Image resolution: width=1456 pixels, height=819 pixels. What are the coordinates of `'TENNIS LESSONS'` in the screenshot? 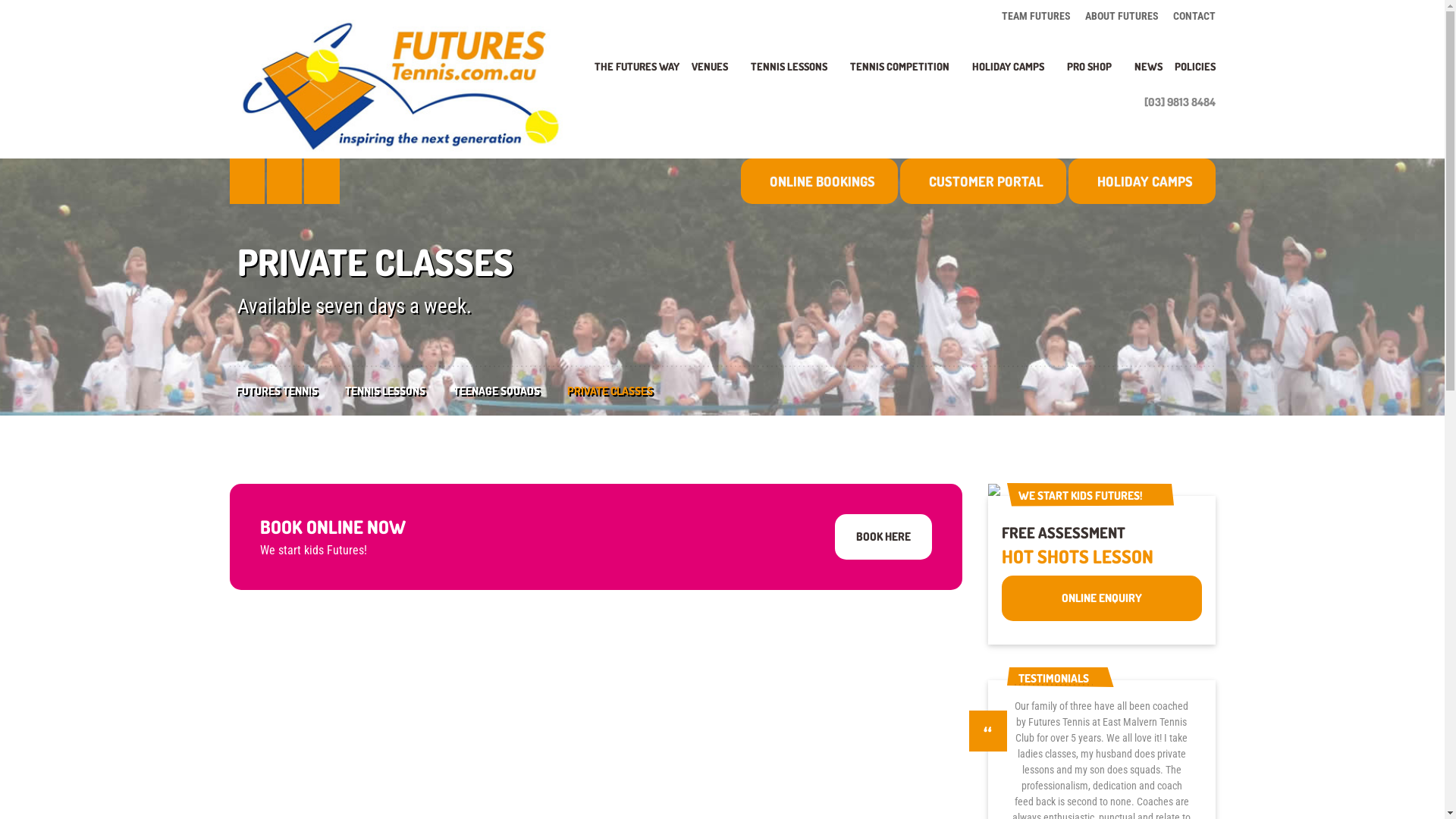 It's located at (399, 390).